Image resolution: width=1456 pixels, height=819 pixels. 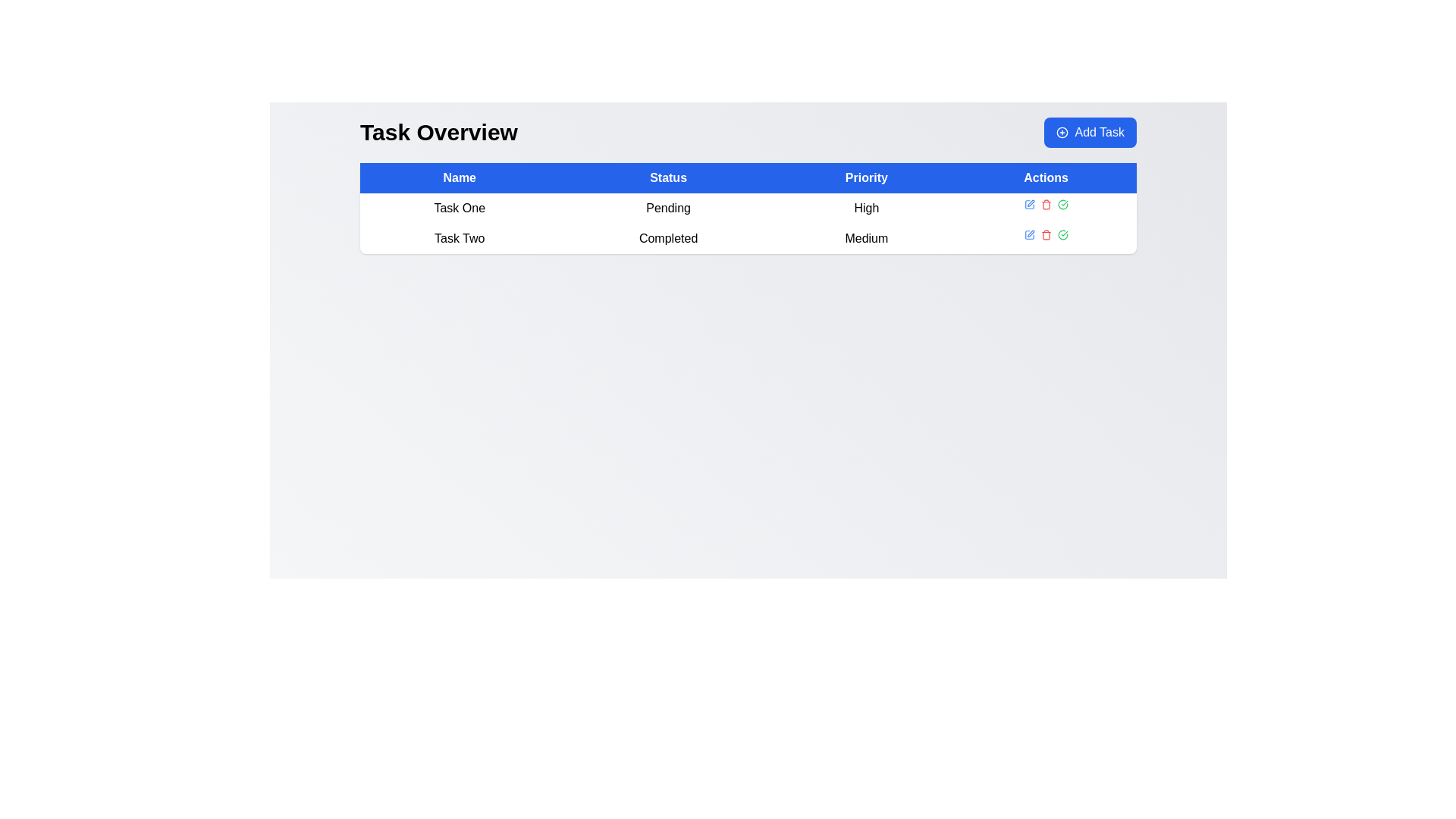 What do you see at coordinates (438, 131) in the screenshot?
I see `the 'Task Overview' text label, which is a prominent header in bold font located at the top-left section of the interface` at bounding box center [438, 131].